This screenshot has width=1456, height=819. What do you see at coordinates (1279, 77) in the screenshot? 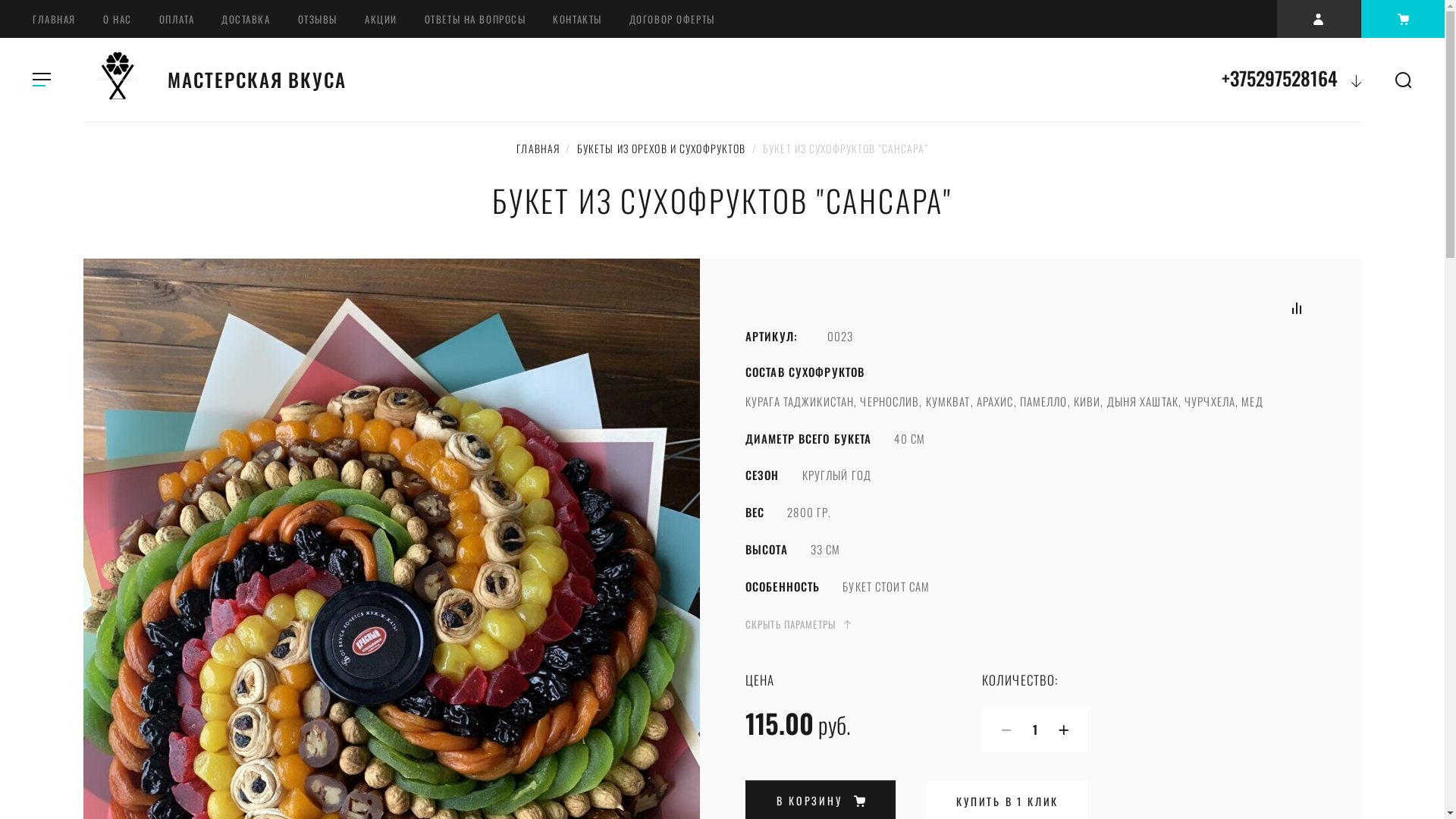
I see `'+375297528164'` at bounding box center [1279, 77].